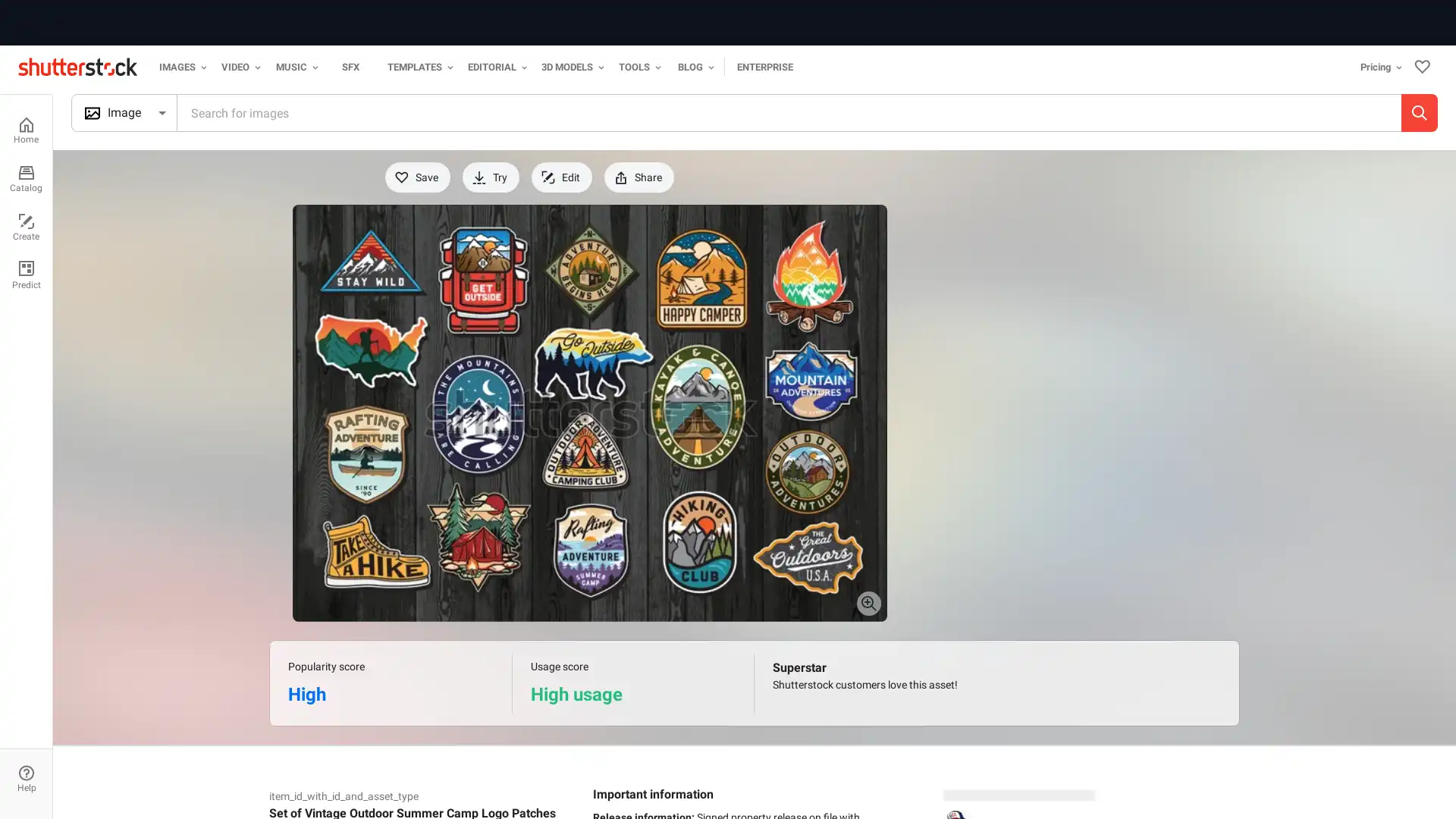 This screenshot has height=819, width=1456. I want to click on Accept Cookies, so click(1061, 761).